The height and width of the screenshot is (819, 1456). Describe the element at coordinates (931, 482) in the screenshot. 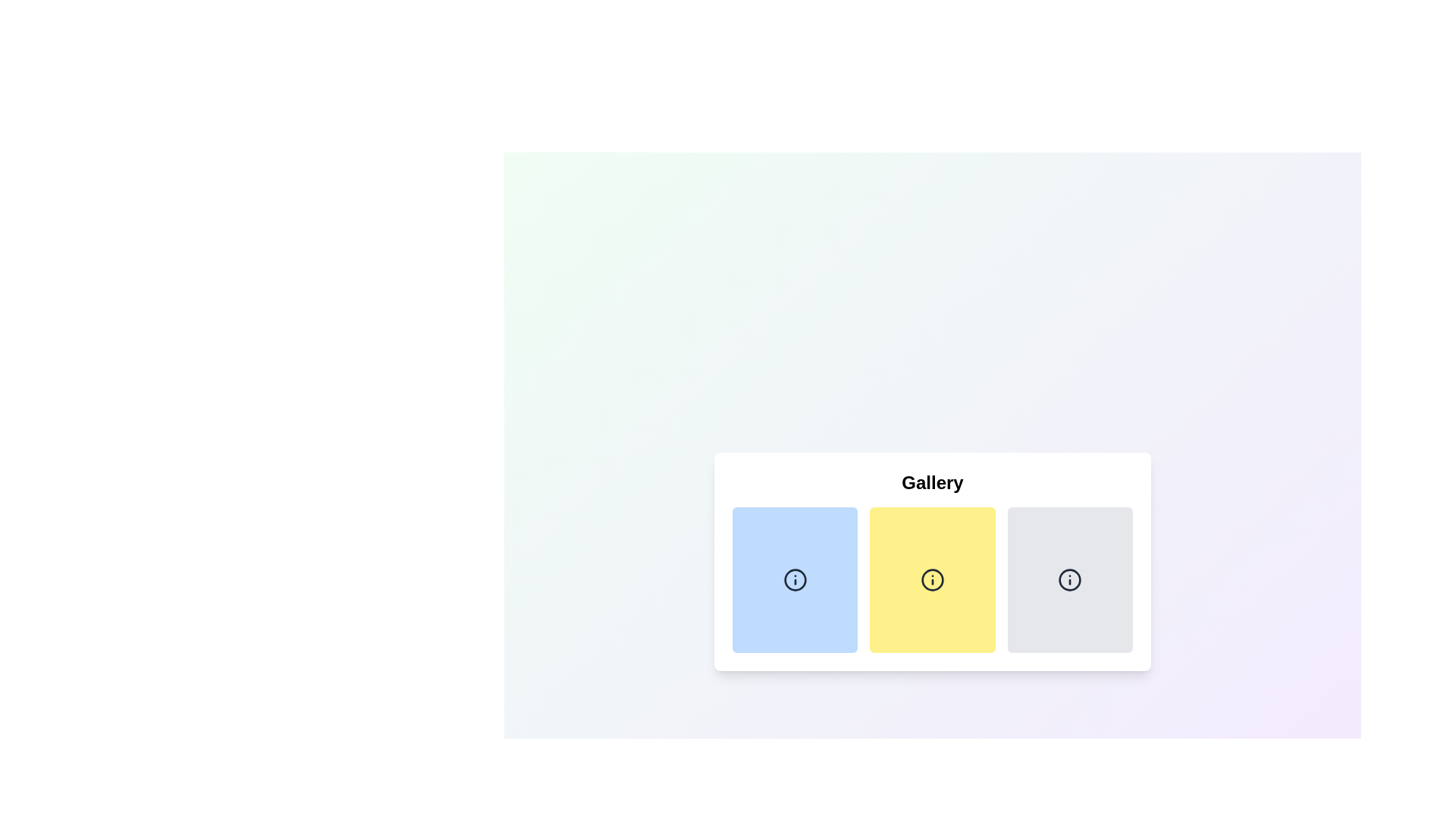

I see `the Text label (Heading) that indicates the content or topic of the section in the white card with rounded corners and shadow effect` at that location.